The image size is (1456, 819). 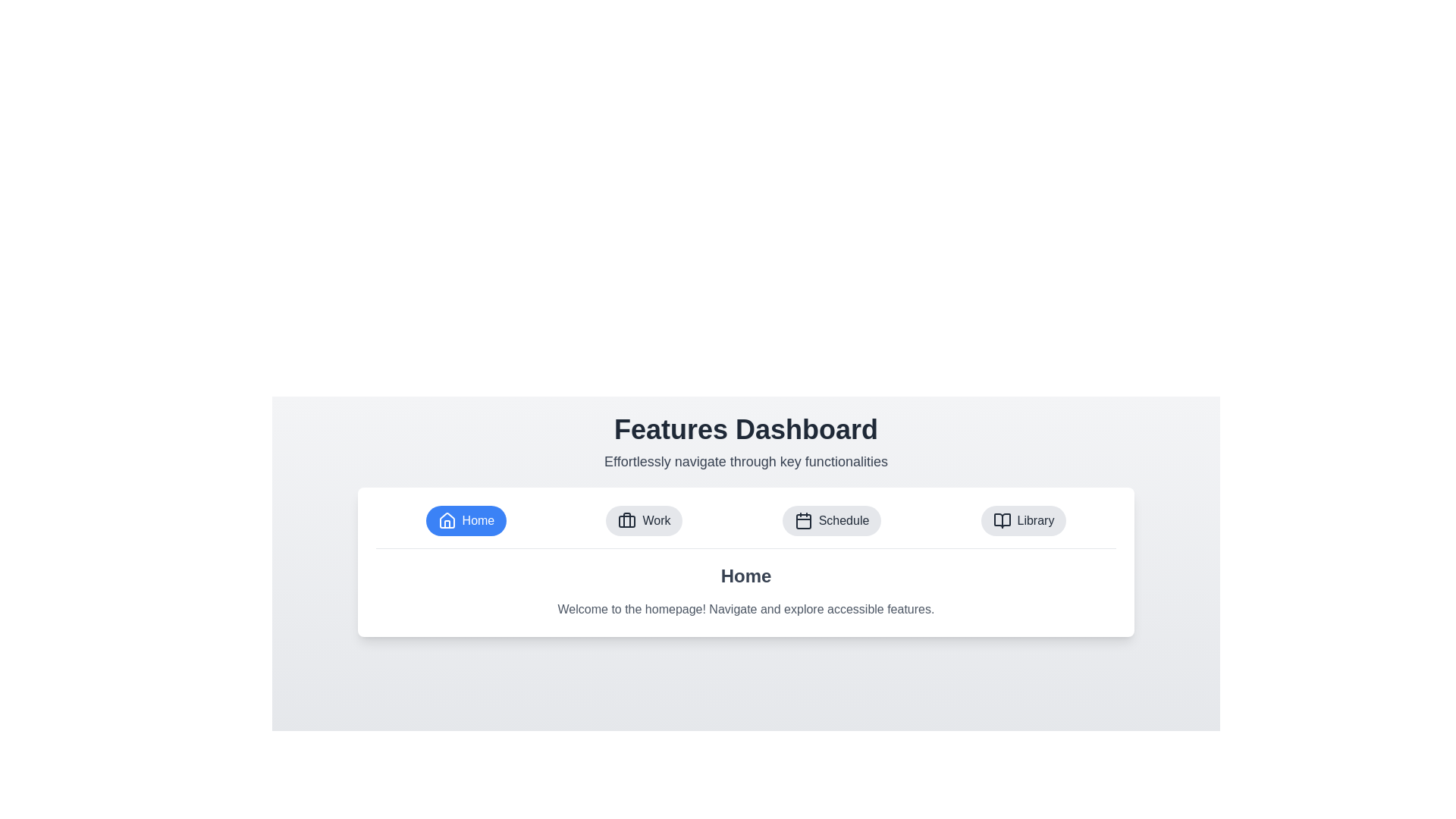 I want to click on the Schedule tab to switch to it, so click(x=830, y=519).